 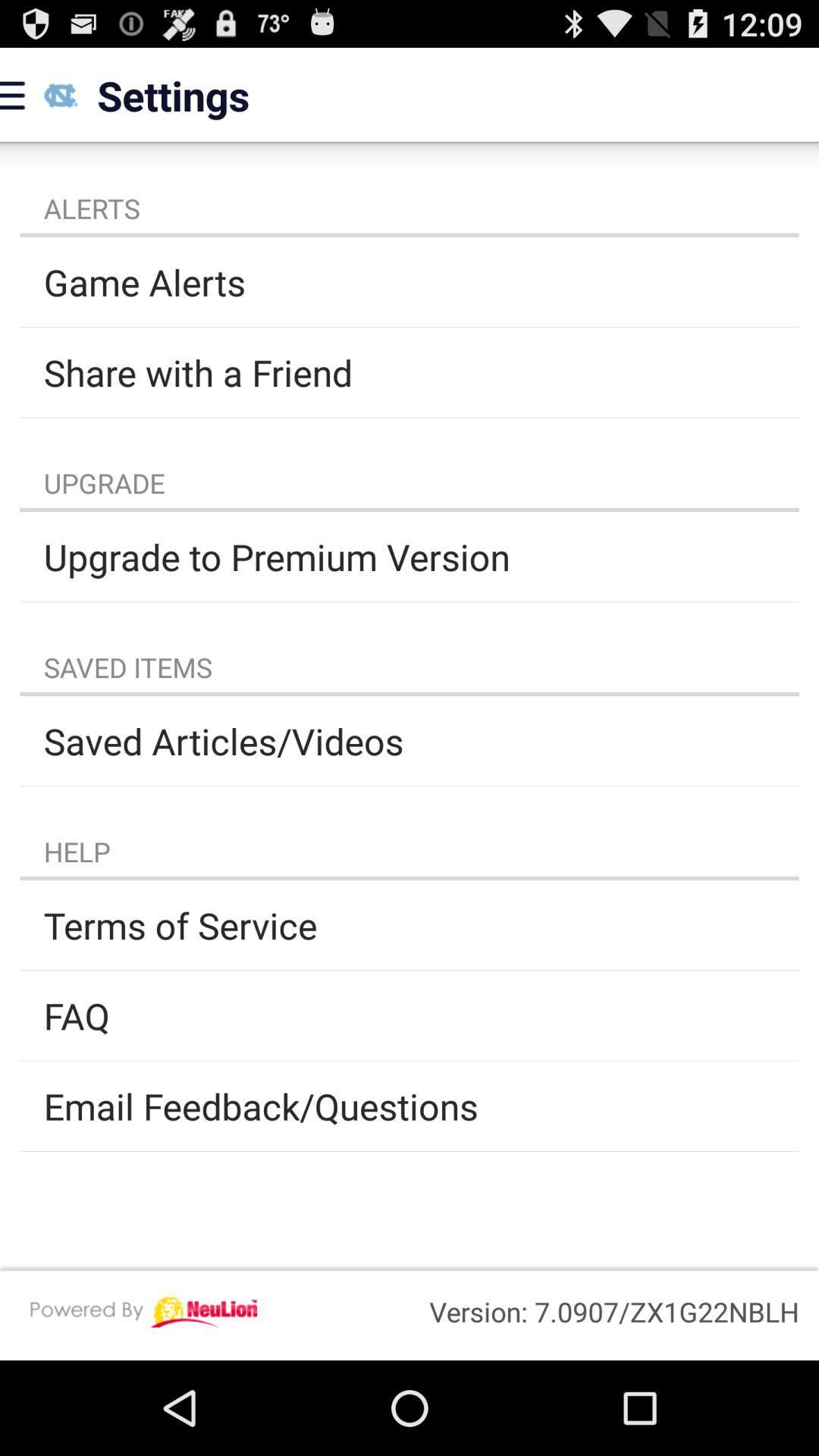 I want to click on faq item, so click(x=409, y=1015).